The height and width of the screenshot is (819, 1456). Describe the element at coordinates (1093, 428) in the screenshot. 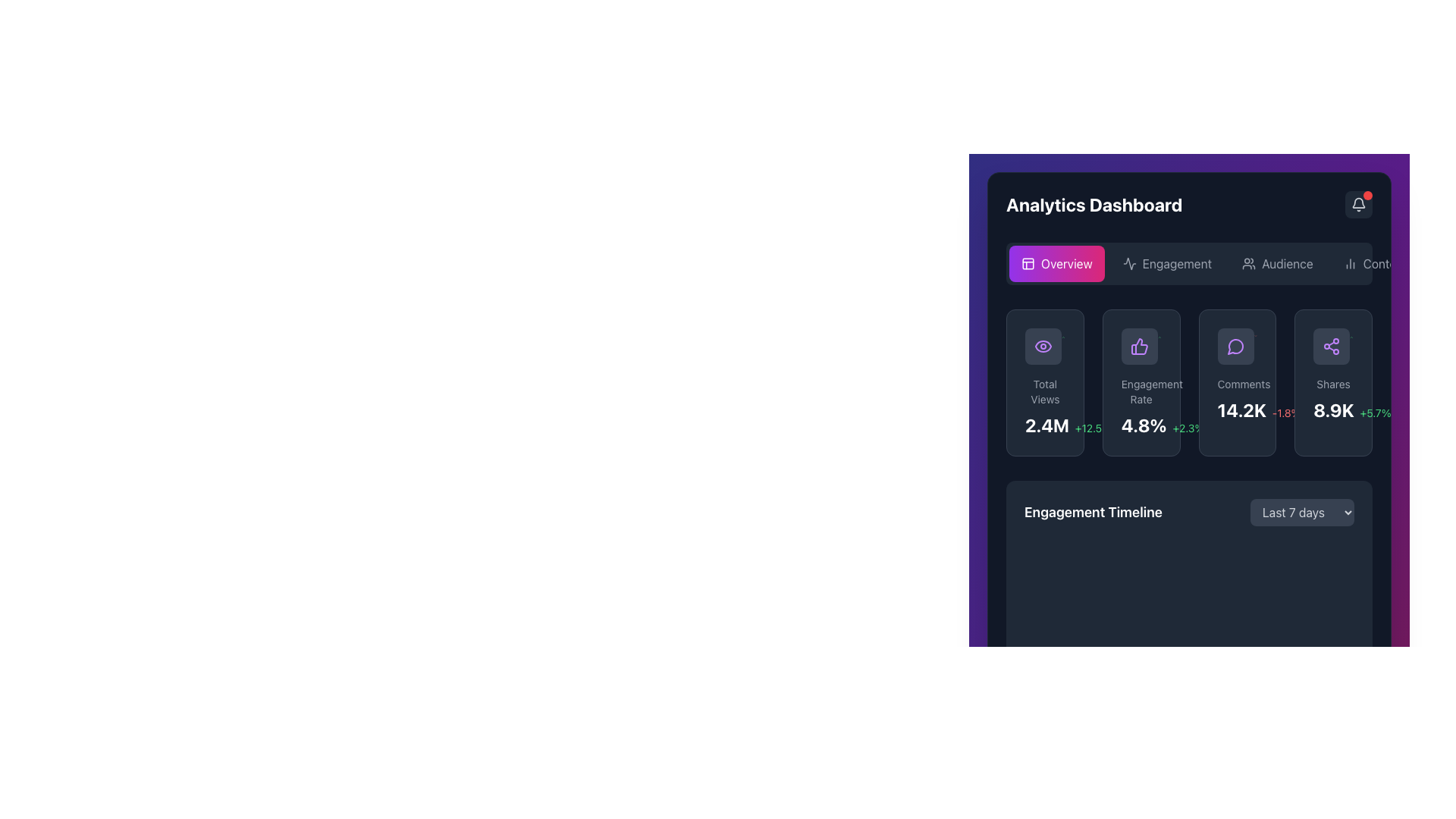

I see `the small text component displaying the value '+12.5%' with a green font color, which is positioned to the right of the larger numerical value '2.4M'` at that location.